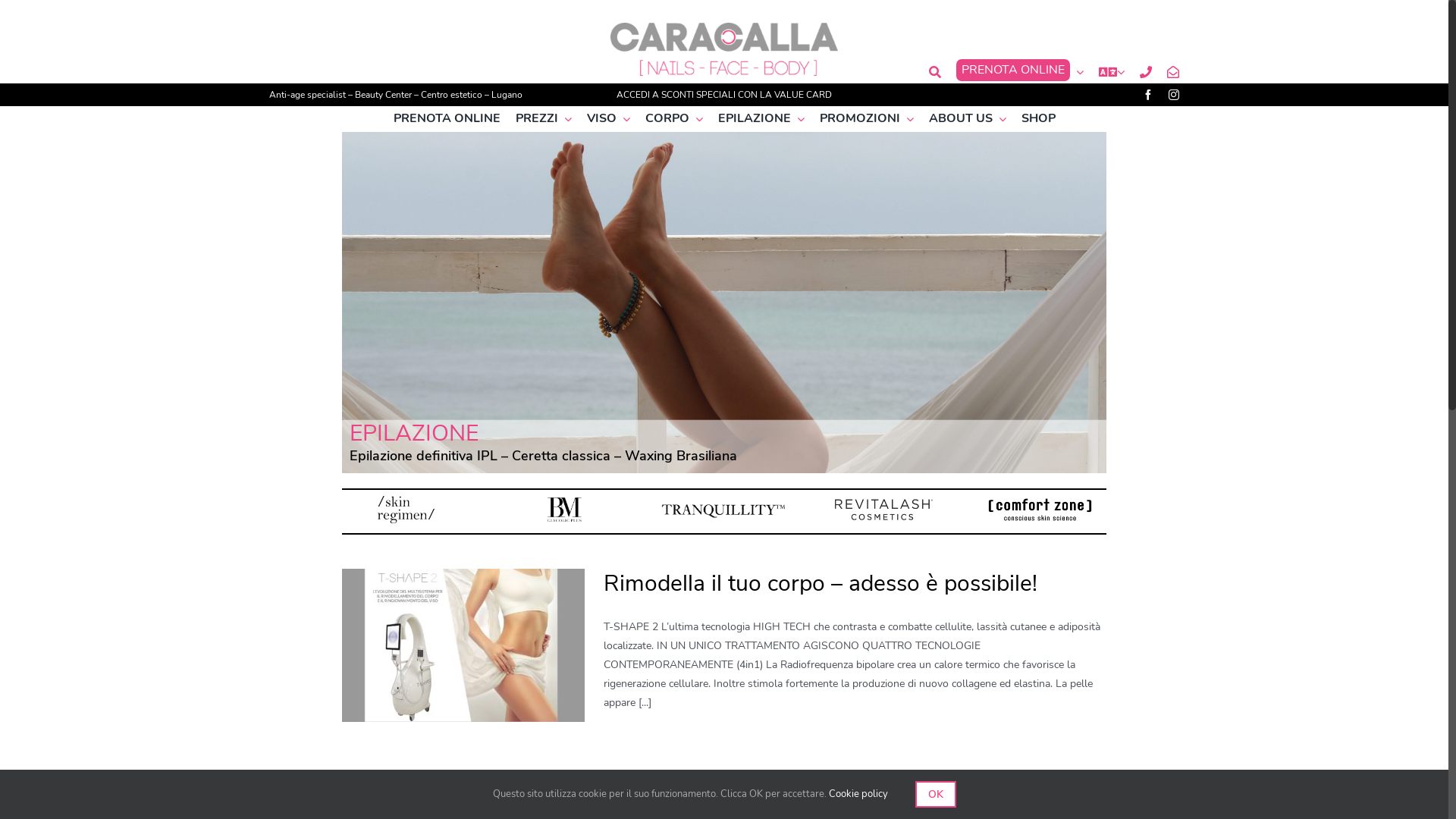  Describe the element at coordinates (445, 118) in the screenshot. I see `'PRENOTA ONLINE'` at that location.